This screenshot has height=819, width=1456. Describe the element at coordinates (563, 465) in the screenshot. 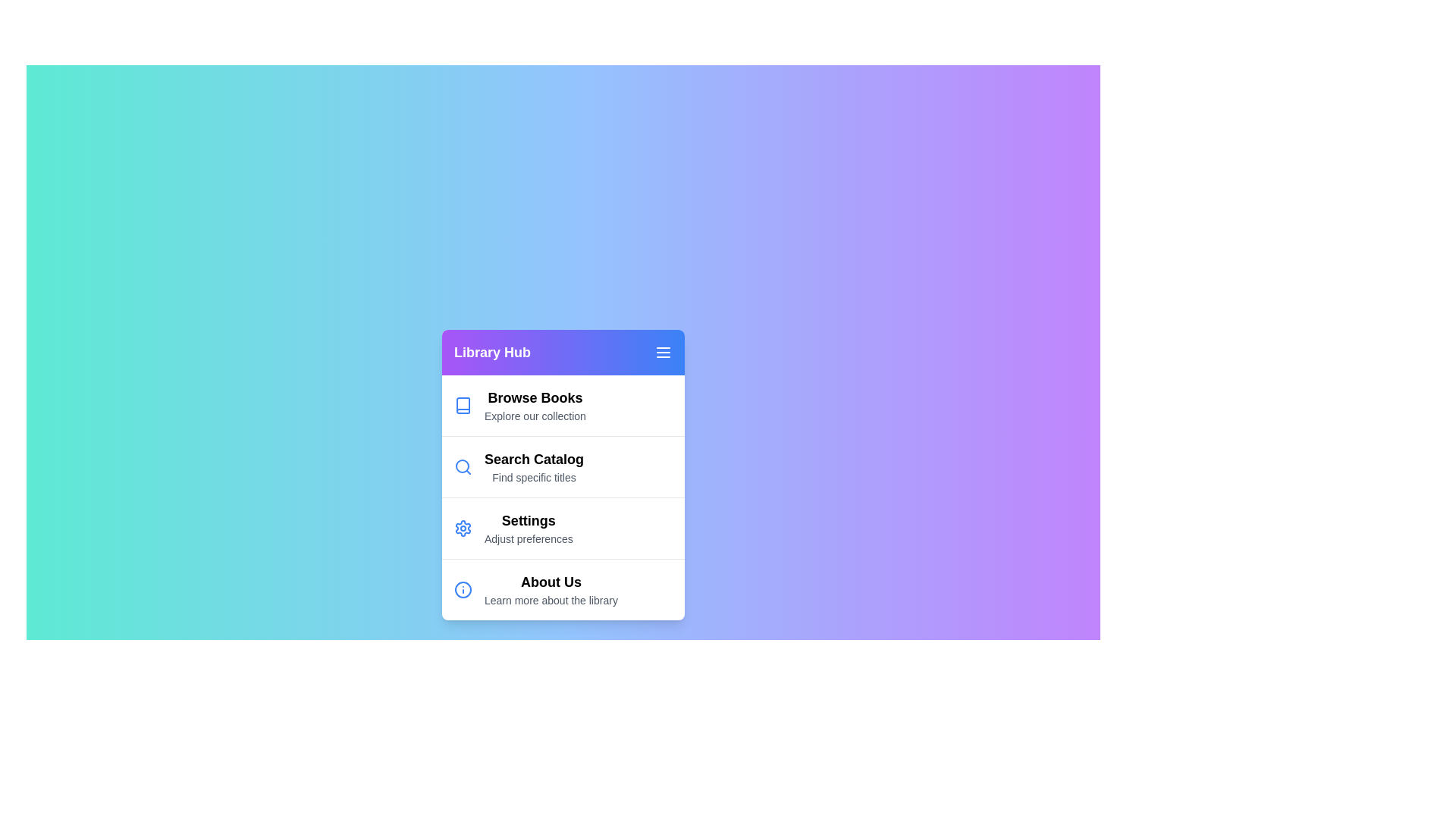

I see `the menu item Search Catalog by clicking on it` at that location.